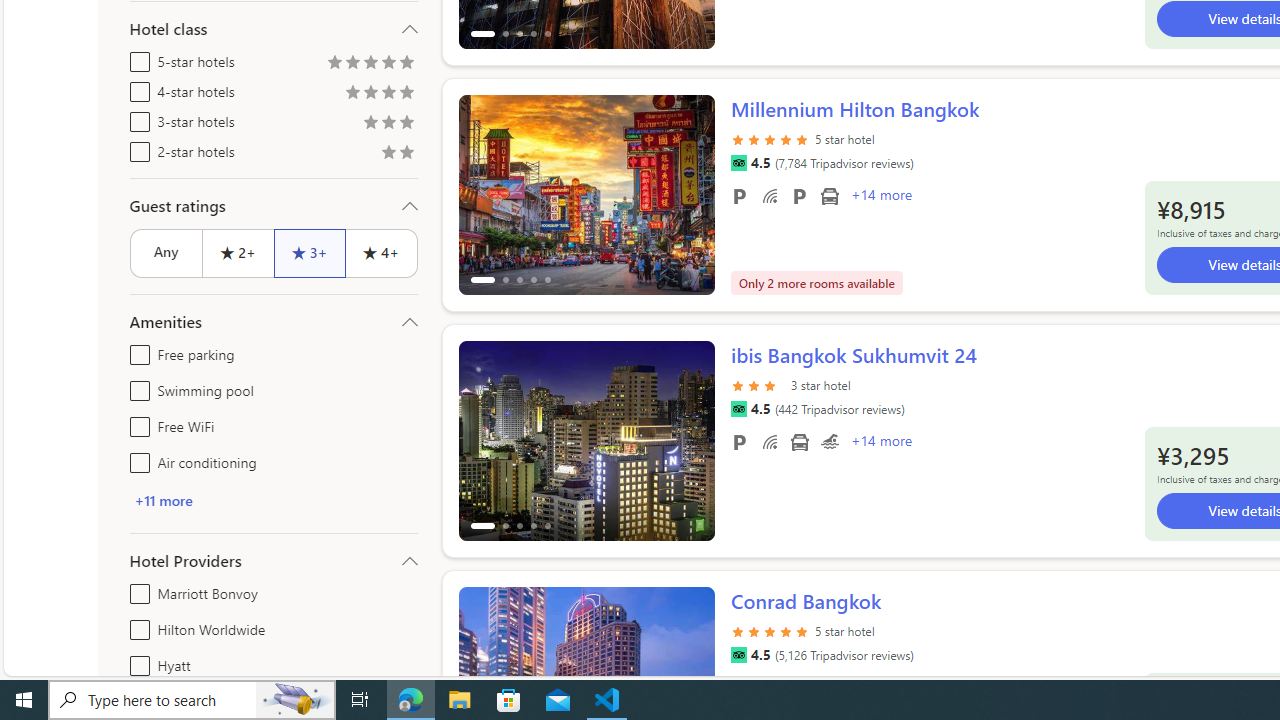 The image size is (1280, 720). I want to click on 'Any', so click(165, 252).